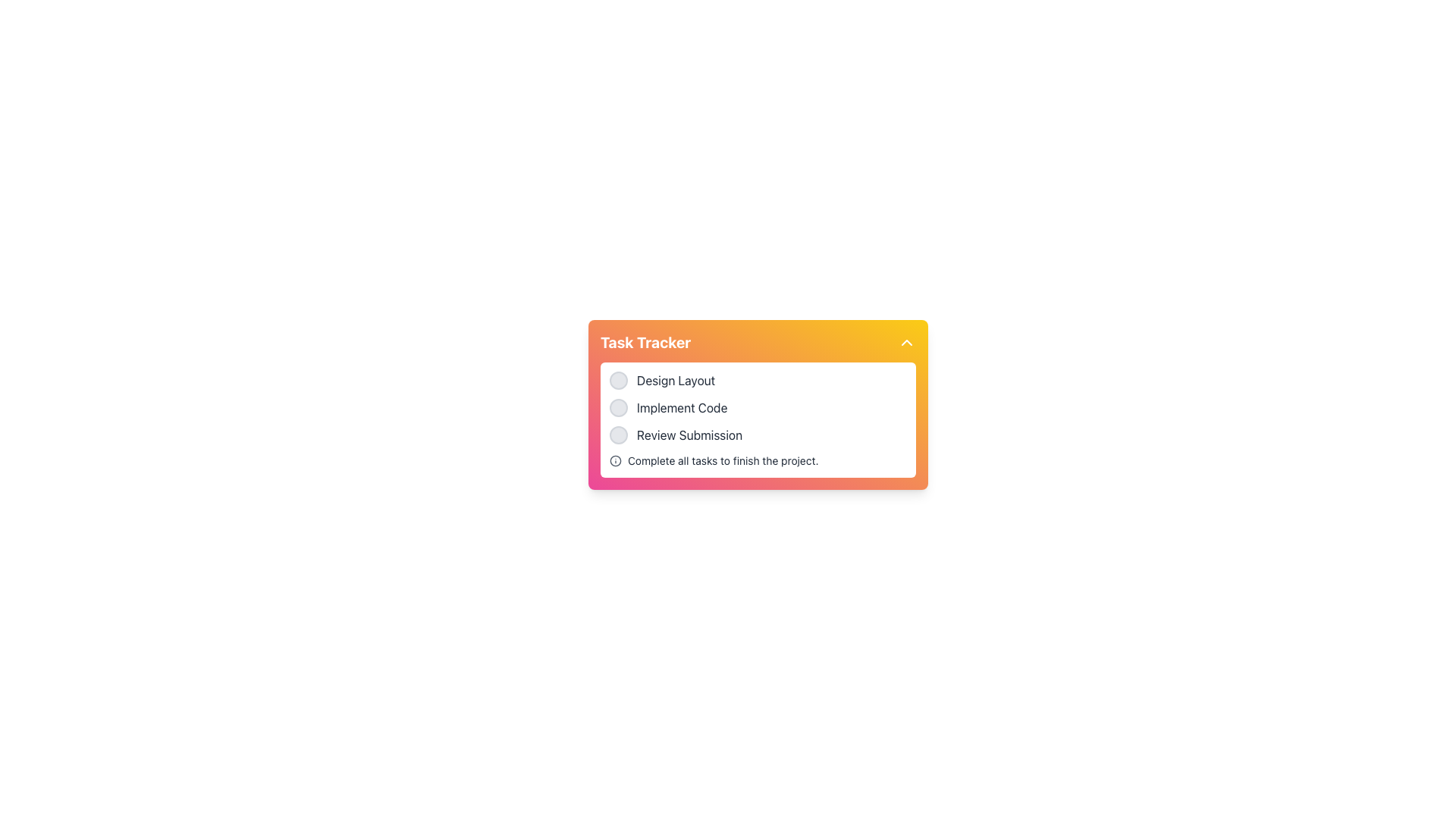 The width and height of the screenshot is (1456, 819). I want to click on the second item in the task tracker list, which is 'Implement Code', for editing or viewing details, so click(758, 406).